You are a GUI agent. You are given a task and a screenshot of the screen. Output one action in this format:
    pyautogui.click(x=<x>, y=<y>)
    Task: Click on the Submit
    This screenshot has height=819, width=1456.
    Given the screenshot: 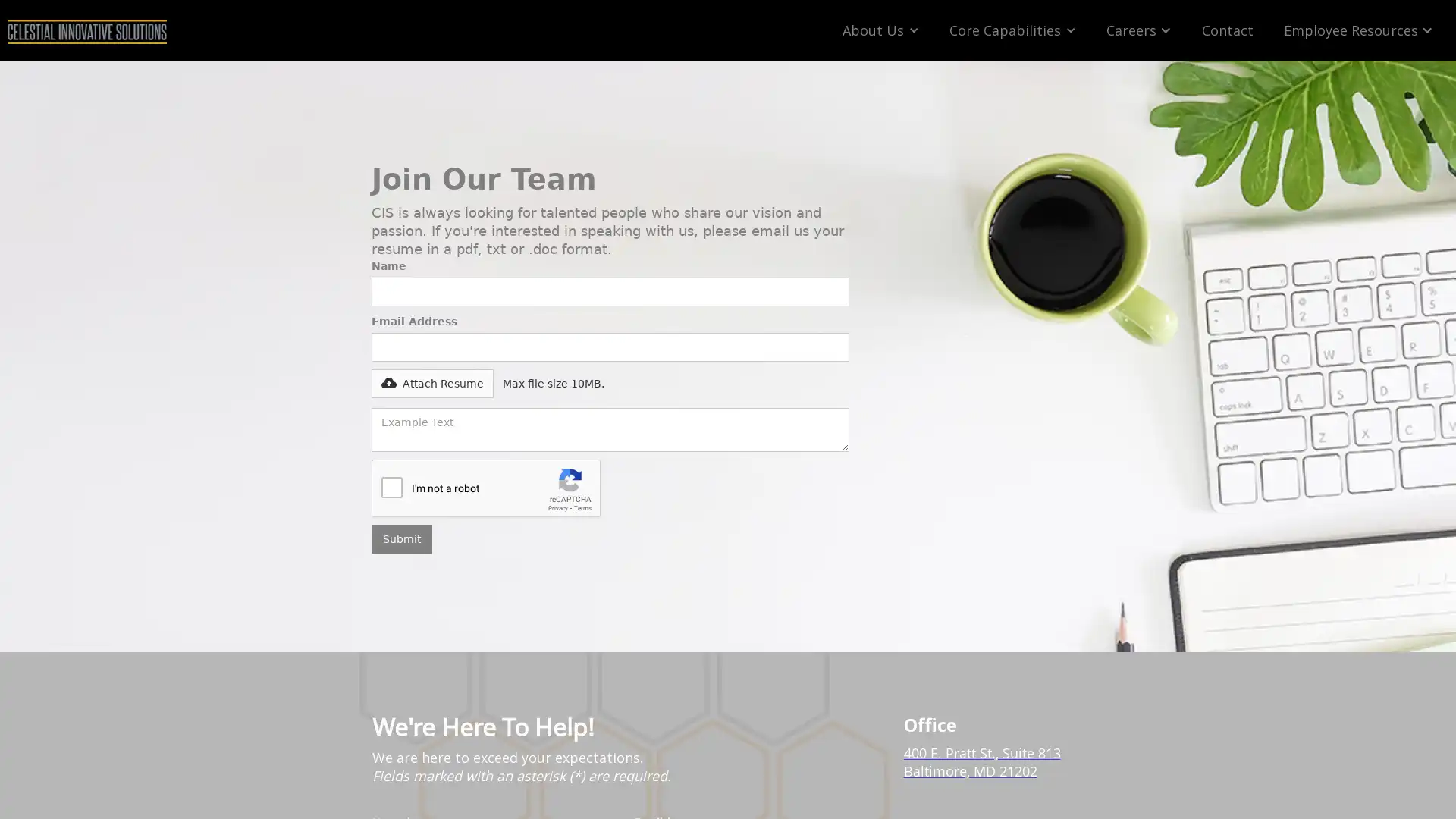 What is the action you would take?
    pyautogui.click(x=401, y=538)
    